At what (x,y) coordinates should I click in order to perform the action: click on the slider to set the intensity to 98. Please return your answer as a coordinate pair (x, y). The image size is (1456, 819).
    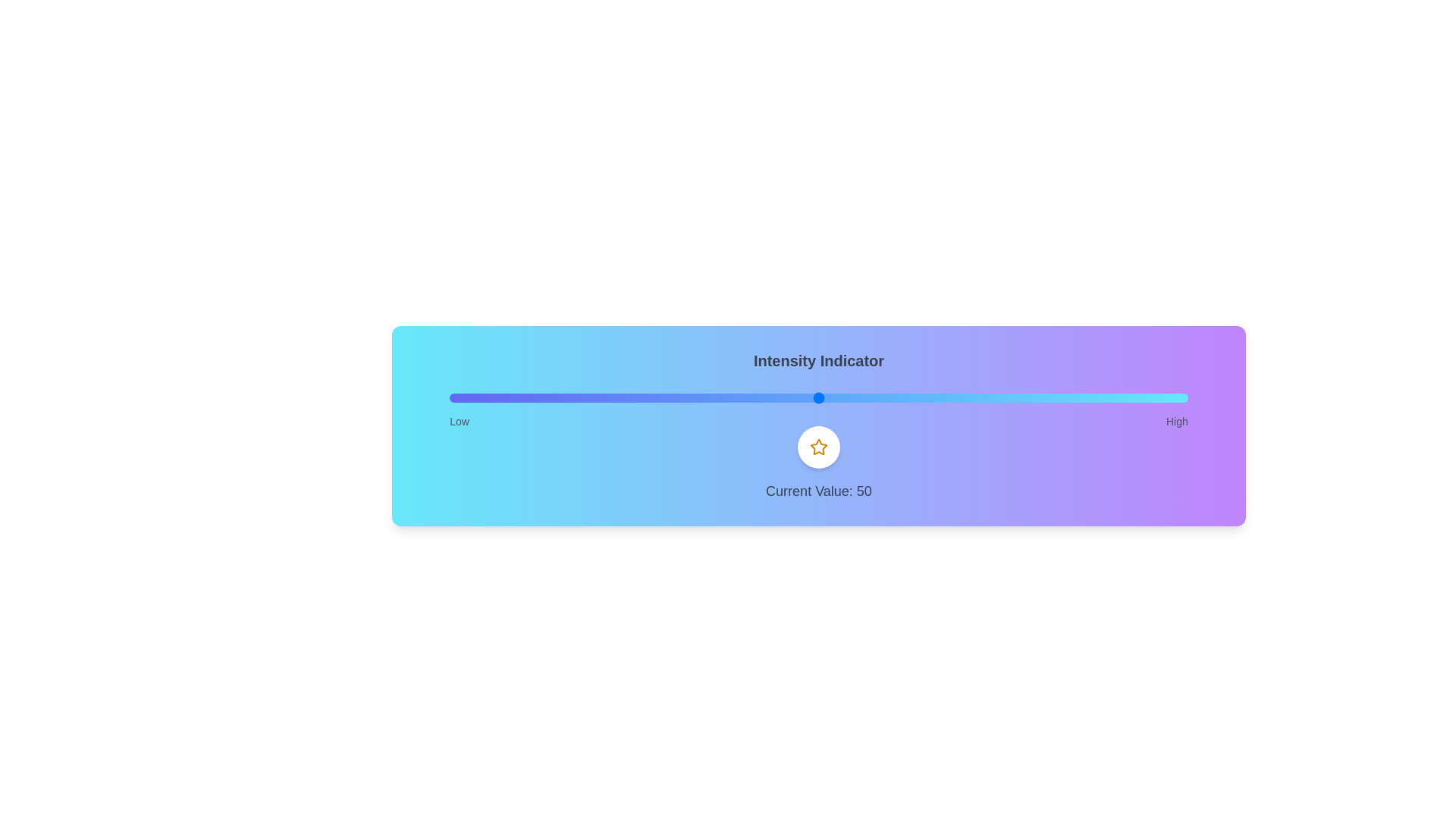
    Looking at the image, I should click on (1172, 397).